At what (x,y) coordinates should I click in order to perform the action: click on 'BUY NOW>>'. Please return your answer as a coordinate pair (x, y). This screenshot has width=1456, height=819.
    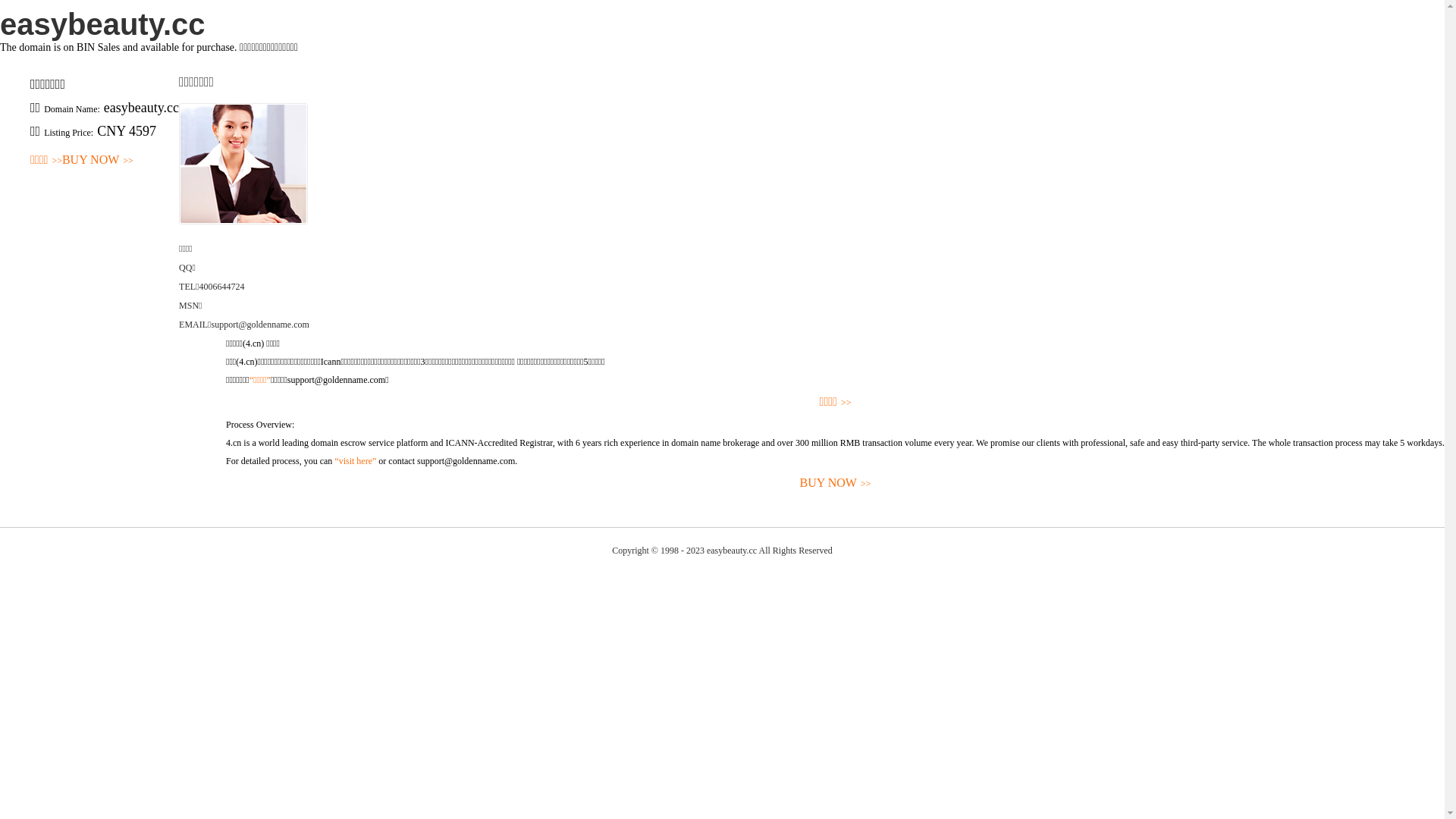
    Looking at the image, I should click on (97, 160).